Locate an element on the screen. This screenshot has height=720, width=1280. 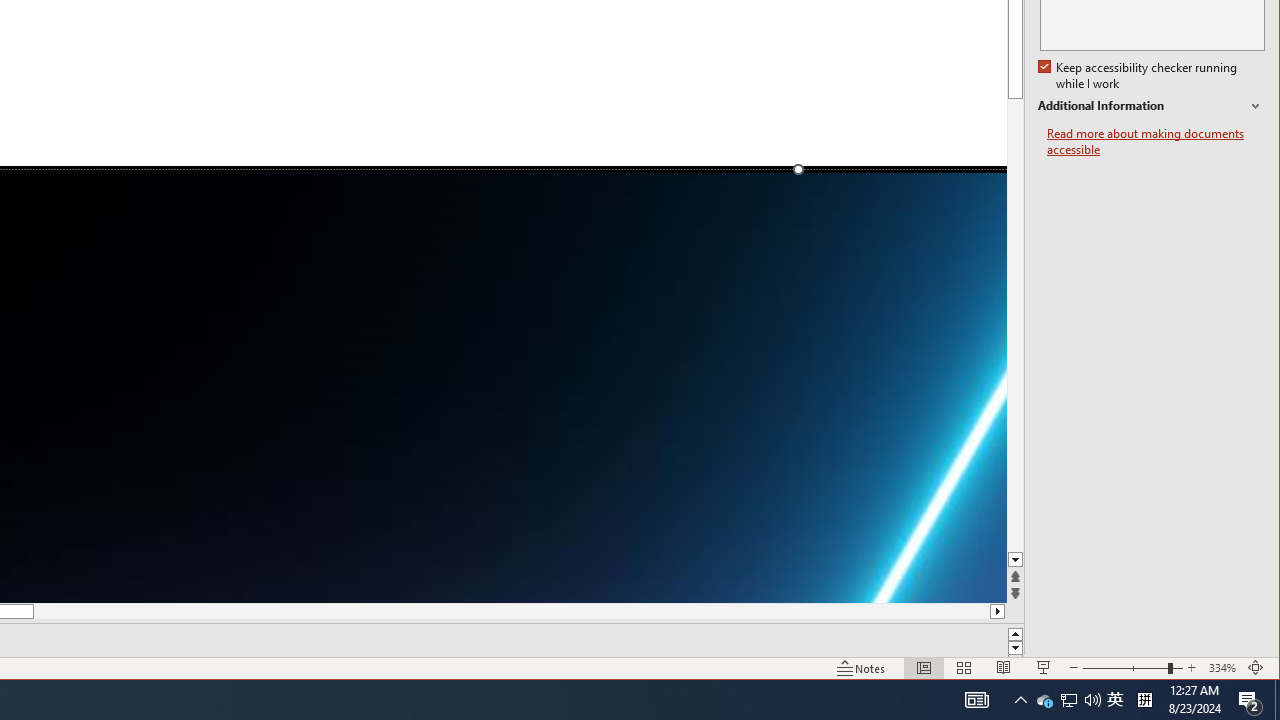
'Zoom 334%' is located at coordinates (1221, 668).